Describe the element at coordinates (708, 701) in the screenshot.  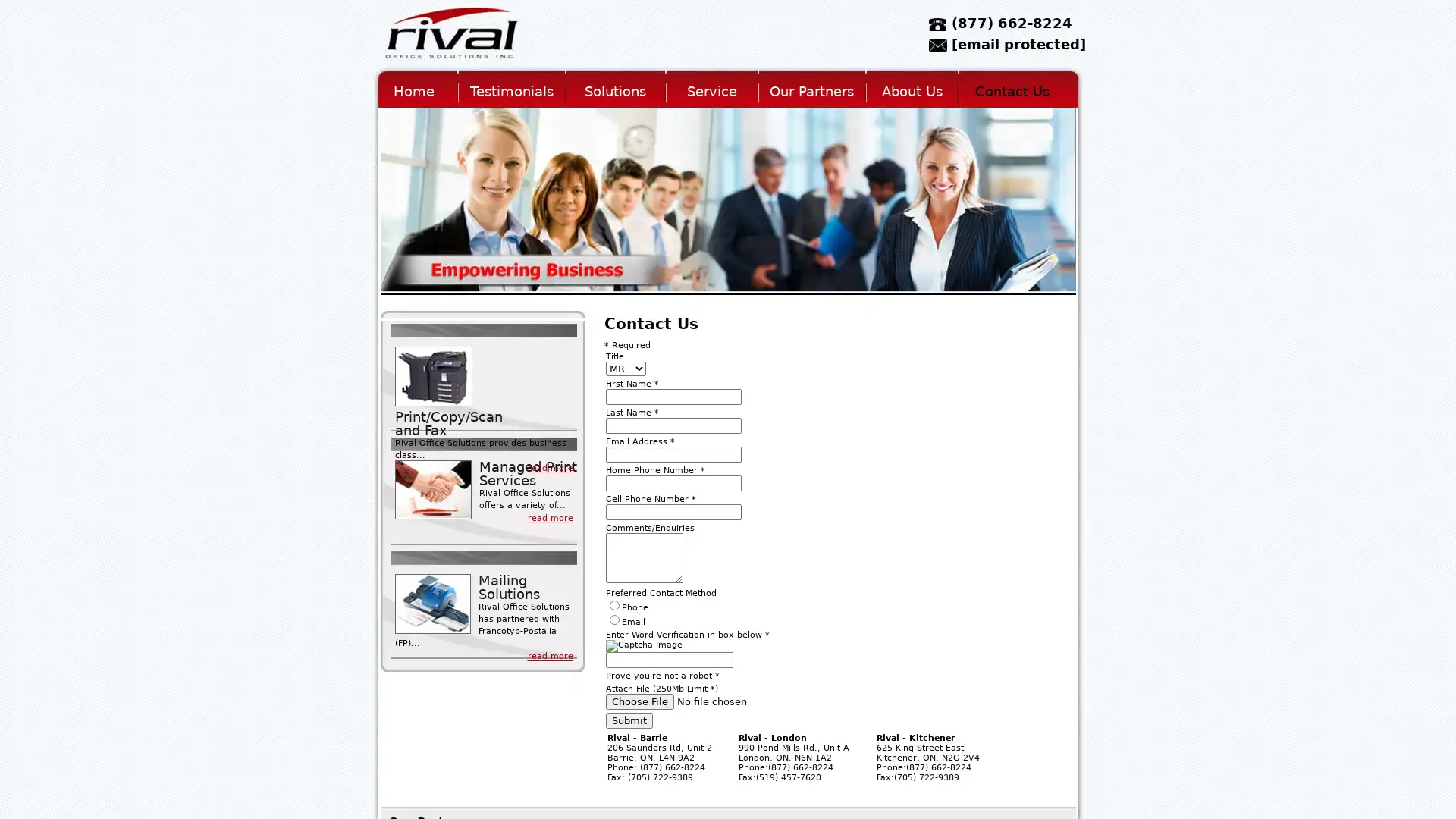
I see `Attach File (250Mb Limit *)` at that location.